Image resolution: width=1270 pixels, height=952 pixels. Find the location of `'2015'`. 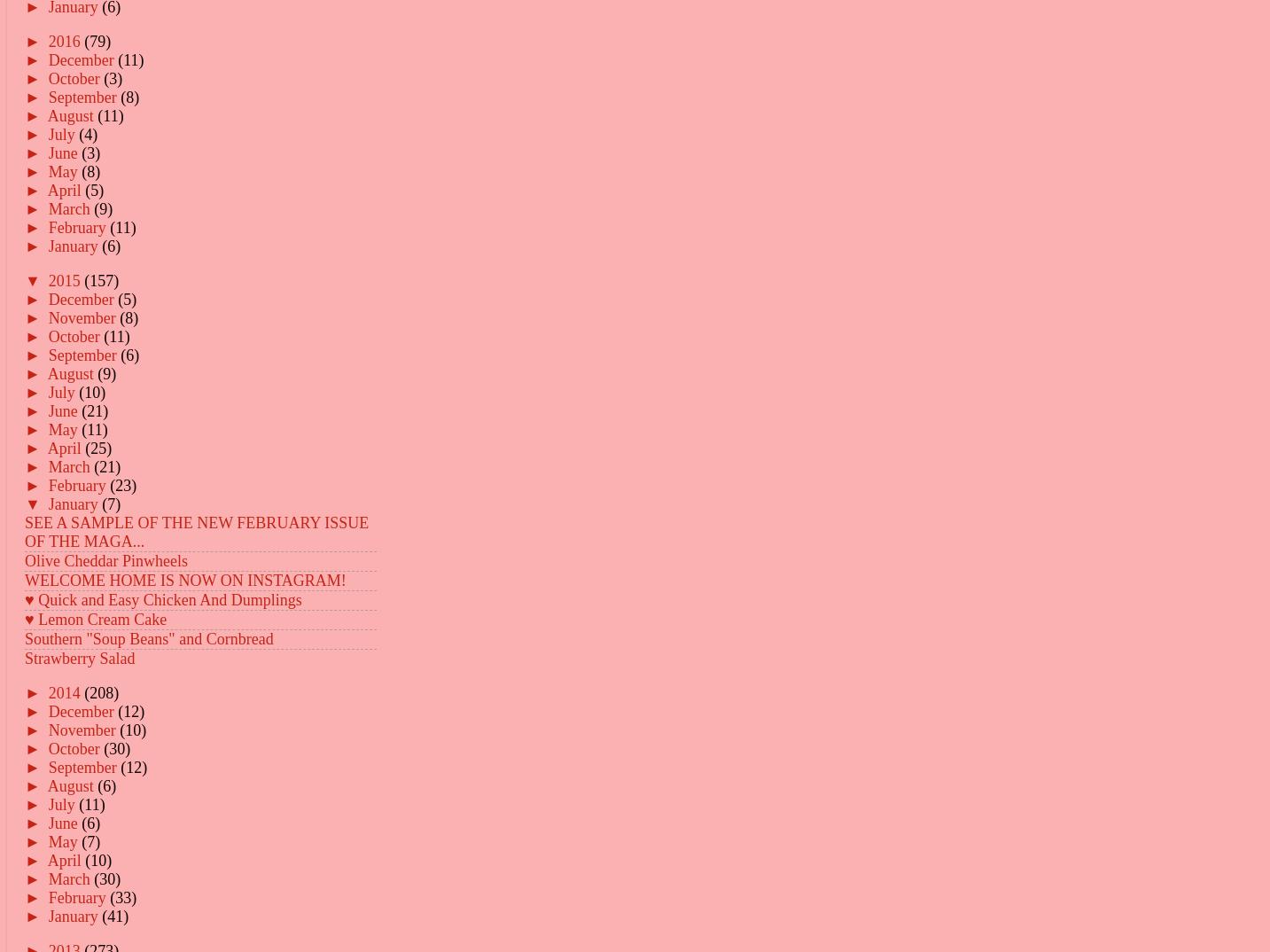

'2015' is located at coordinates (65, 279).